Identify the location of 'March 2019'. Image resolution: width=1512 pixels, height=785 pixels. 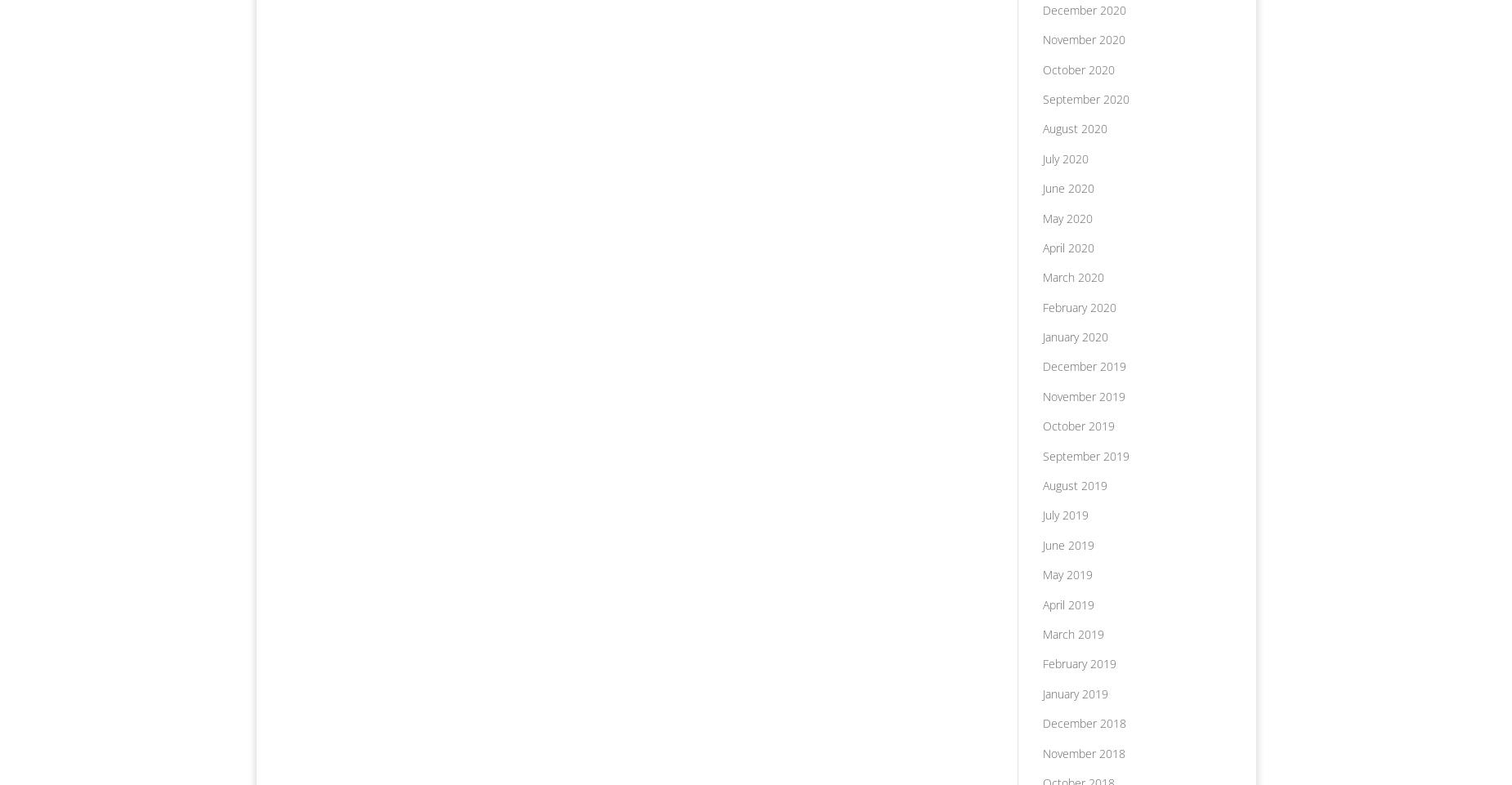
(1071, 632).